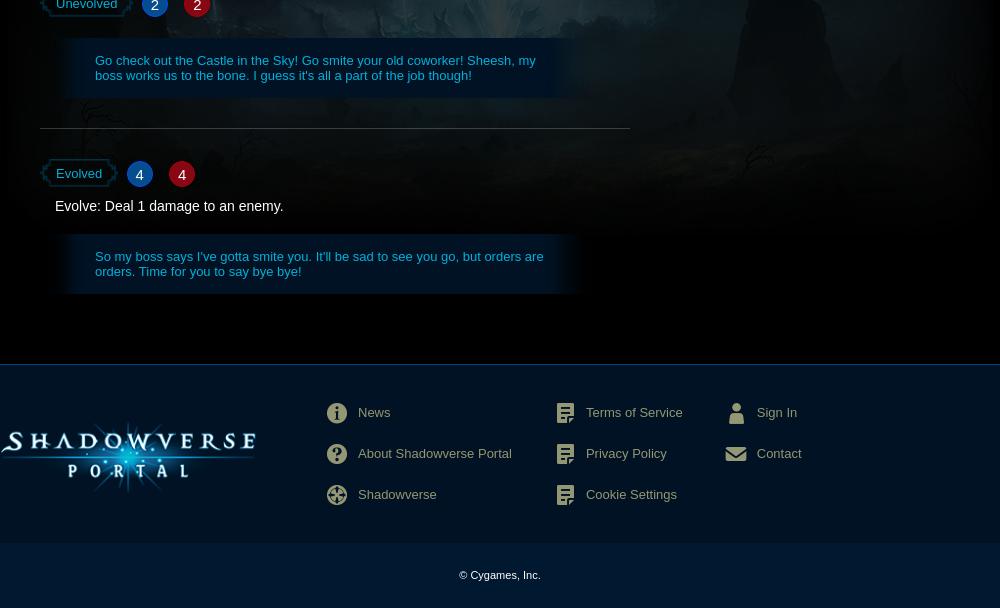  What do you see at coordinates (778, 452) in the screenshot?
I see `'Contact'` at bounding box center [778, 452].